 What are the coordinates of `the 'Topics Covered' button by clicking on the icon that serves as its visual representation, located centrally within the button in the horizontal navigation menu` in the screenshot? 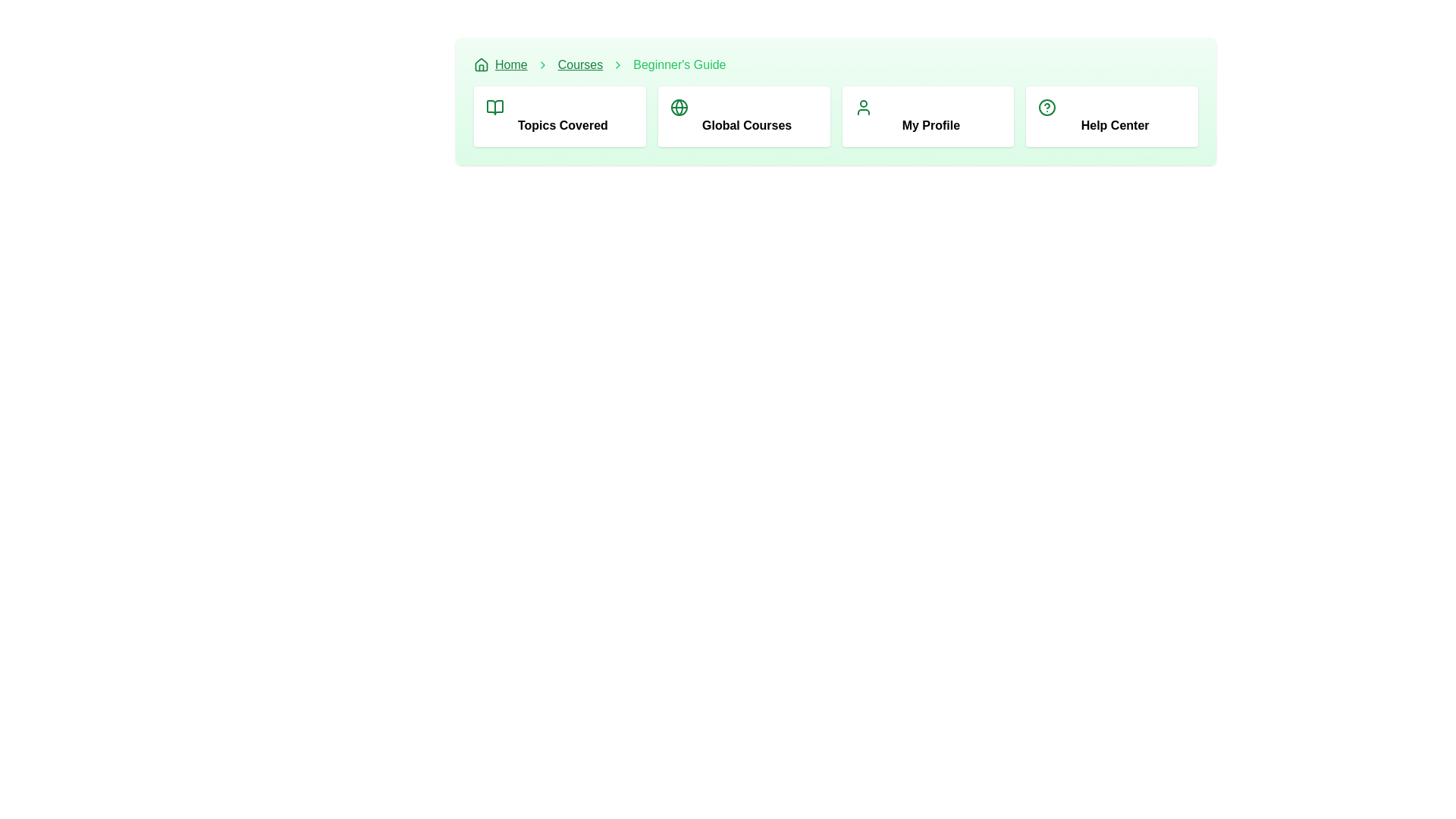 It's located at (494, 107).